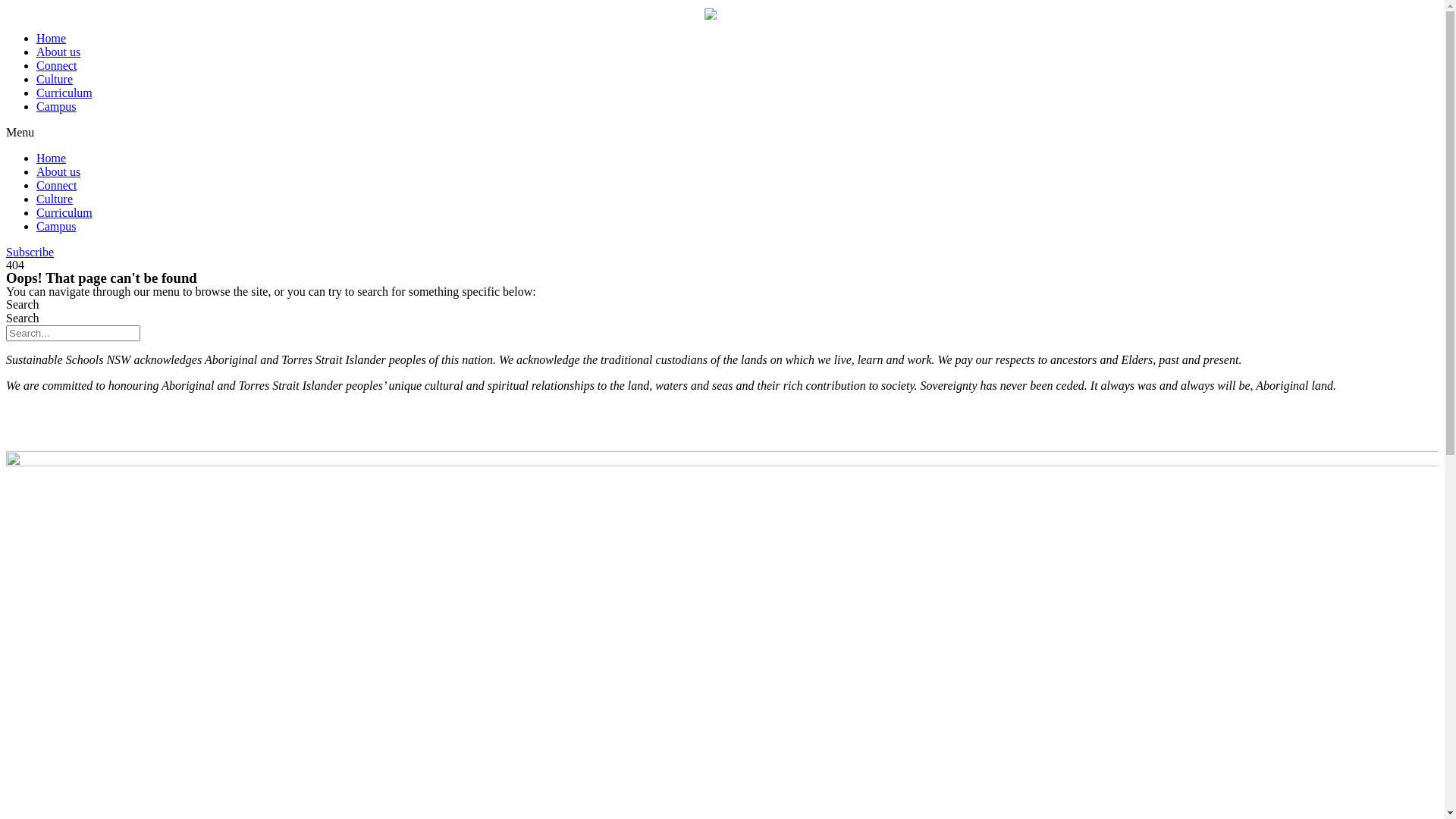 Image resolution: width=1456 pixels, height=819 pixels. Describe the element at coordinates (56, 184) in the screenshot. I see `'Connect'` at that location.